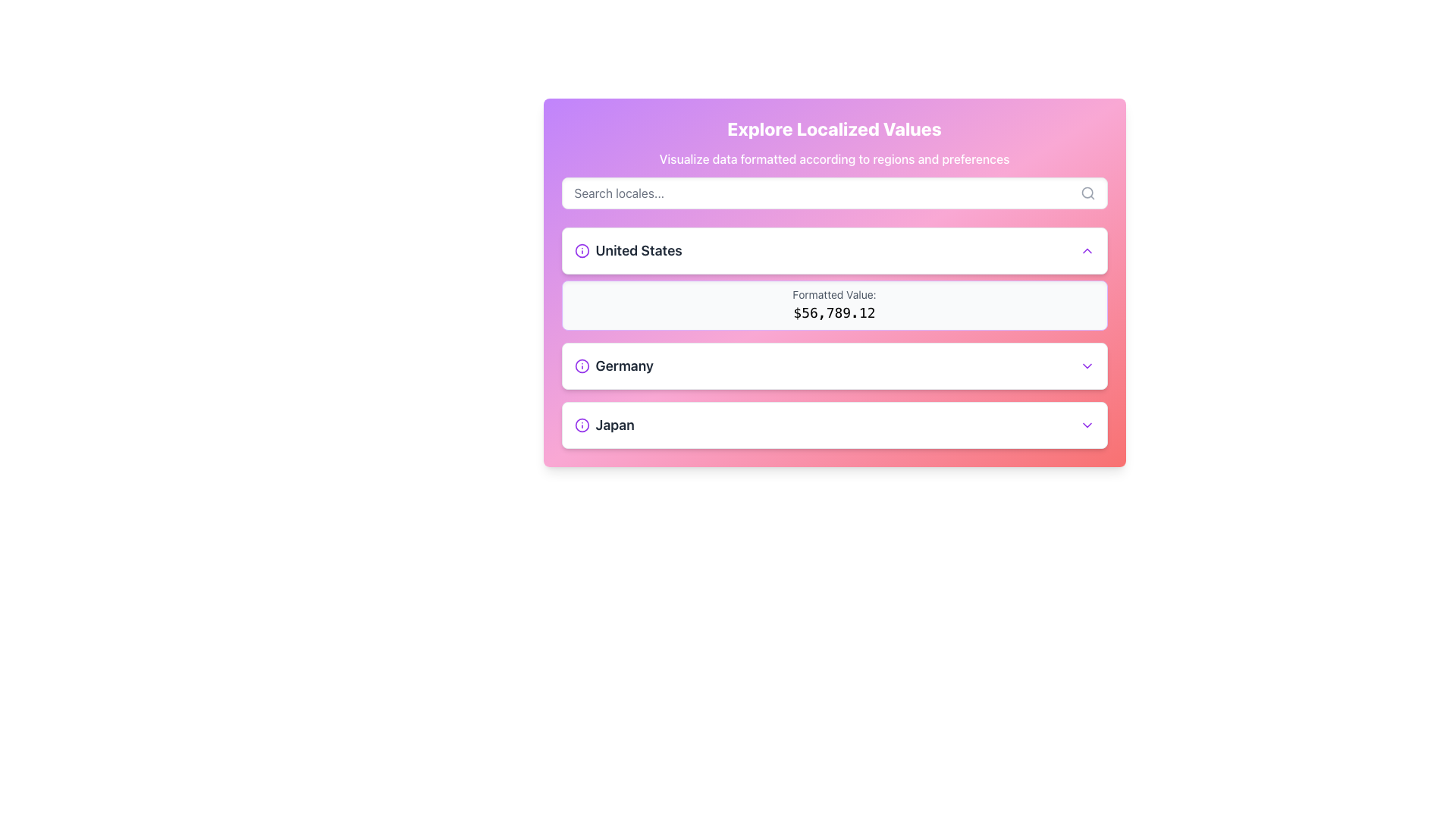  I want to click on the Text label for the United States, which is the first item in a vertical list of selectable locales, so click(628, 250).